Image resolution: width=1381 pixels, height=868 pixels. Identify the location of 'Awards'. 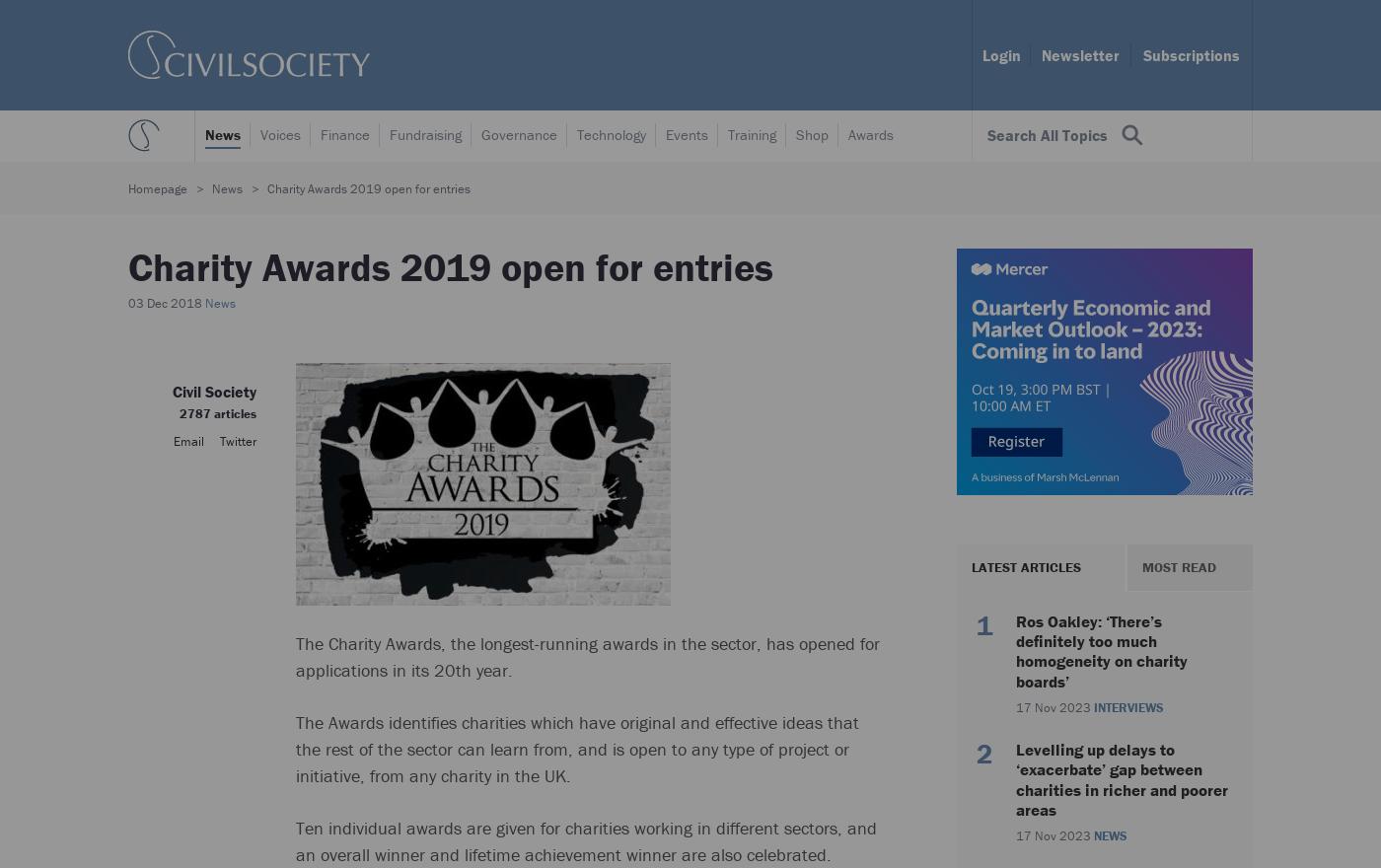
(870, 134).